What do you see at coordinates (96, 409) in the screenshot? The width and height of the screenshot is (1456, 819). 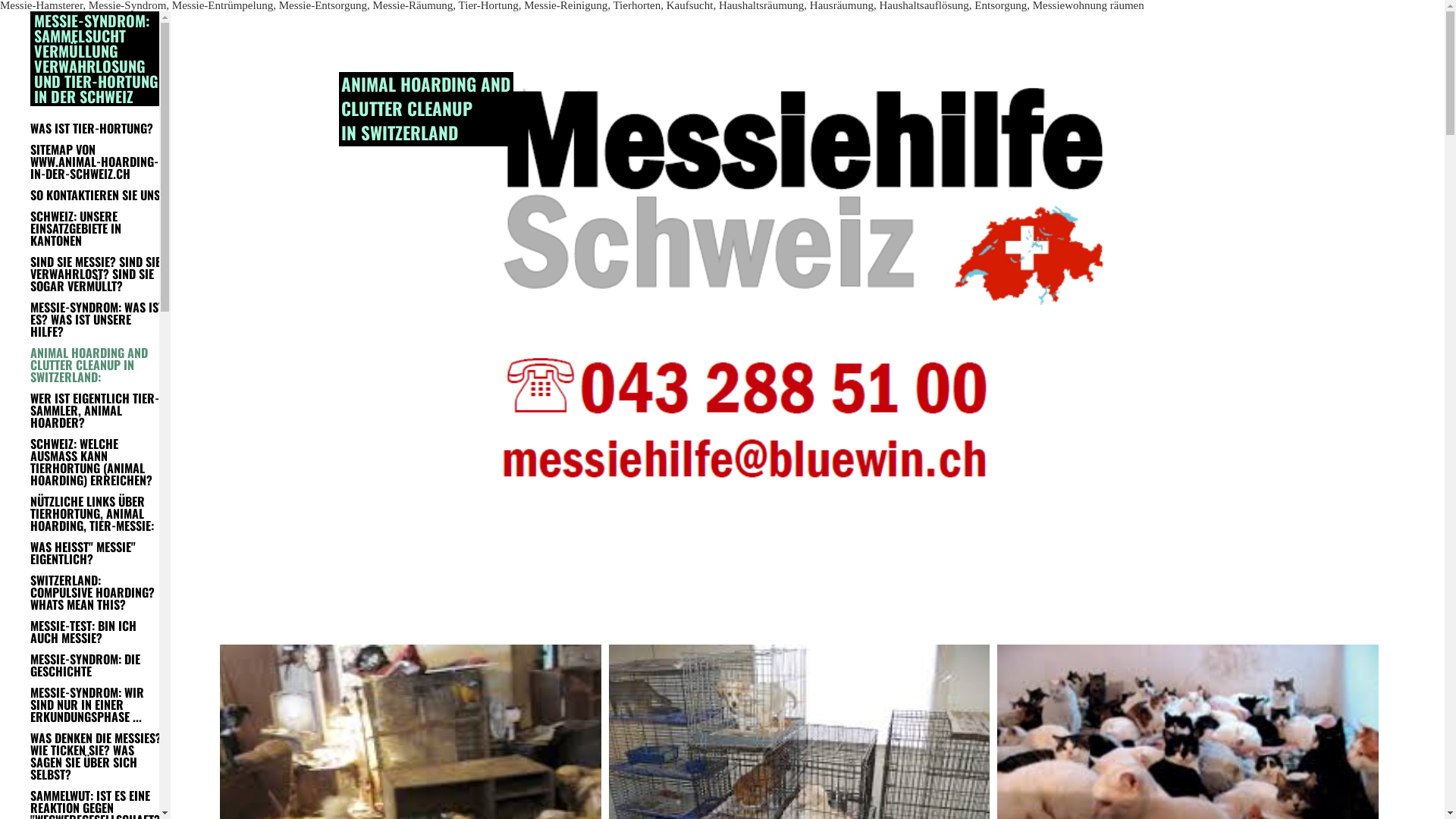 I see `'WER IST EIGENTLICH TIER-SAMMLER, ANIMAL HOARDER?'` at bounding box center [96, 409].